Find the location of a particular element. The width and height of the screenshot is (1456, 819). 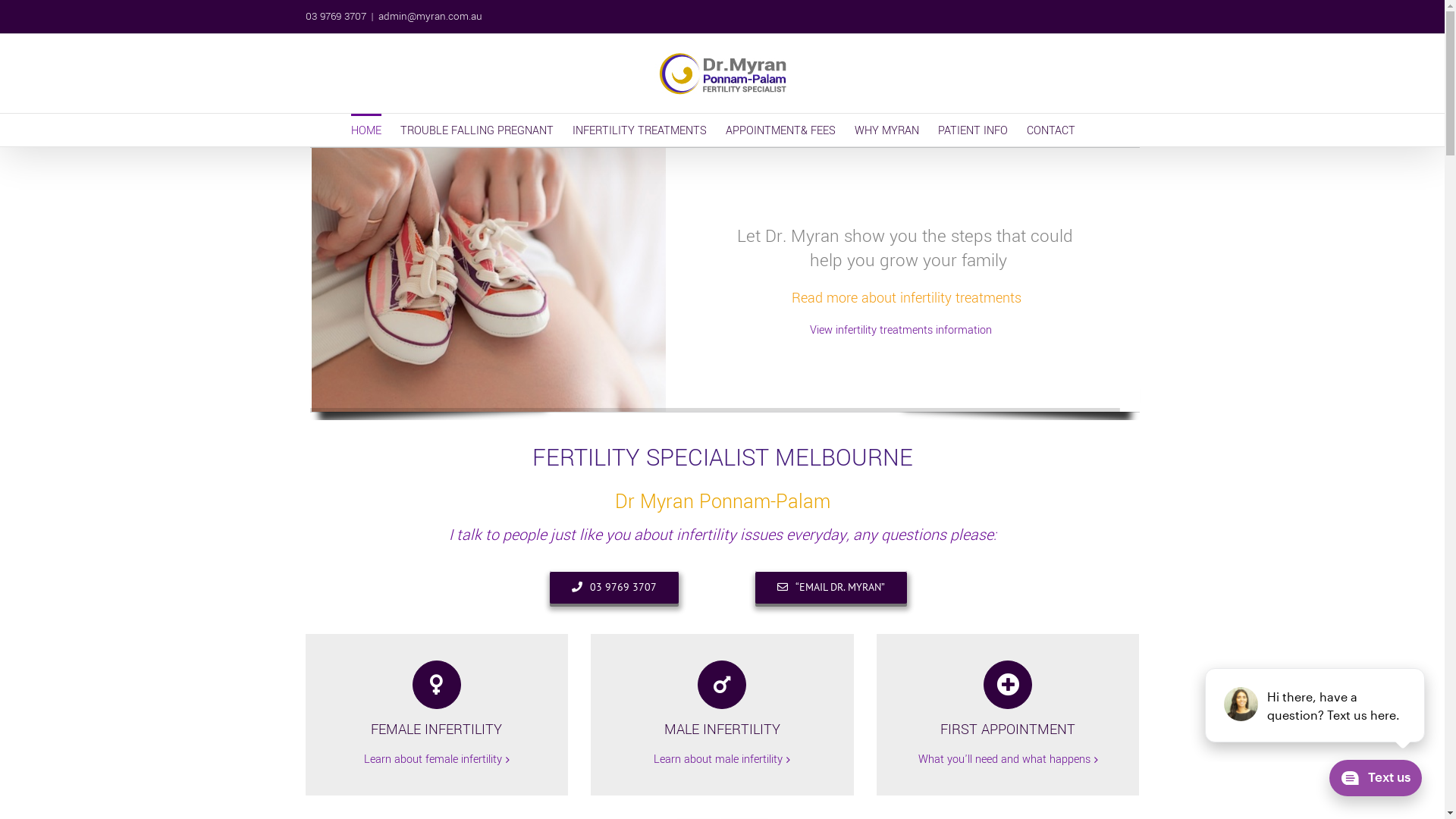

'FEMALE INFERTILITY' is located at coordinates (436, 699).